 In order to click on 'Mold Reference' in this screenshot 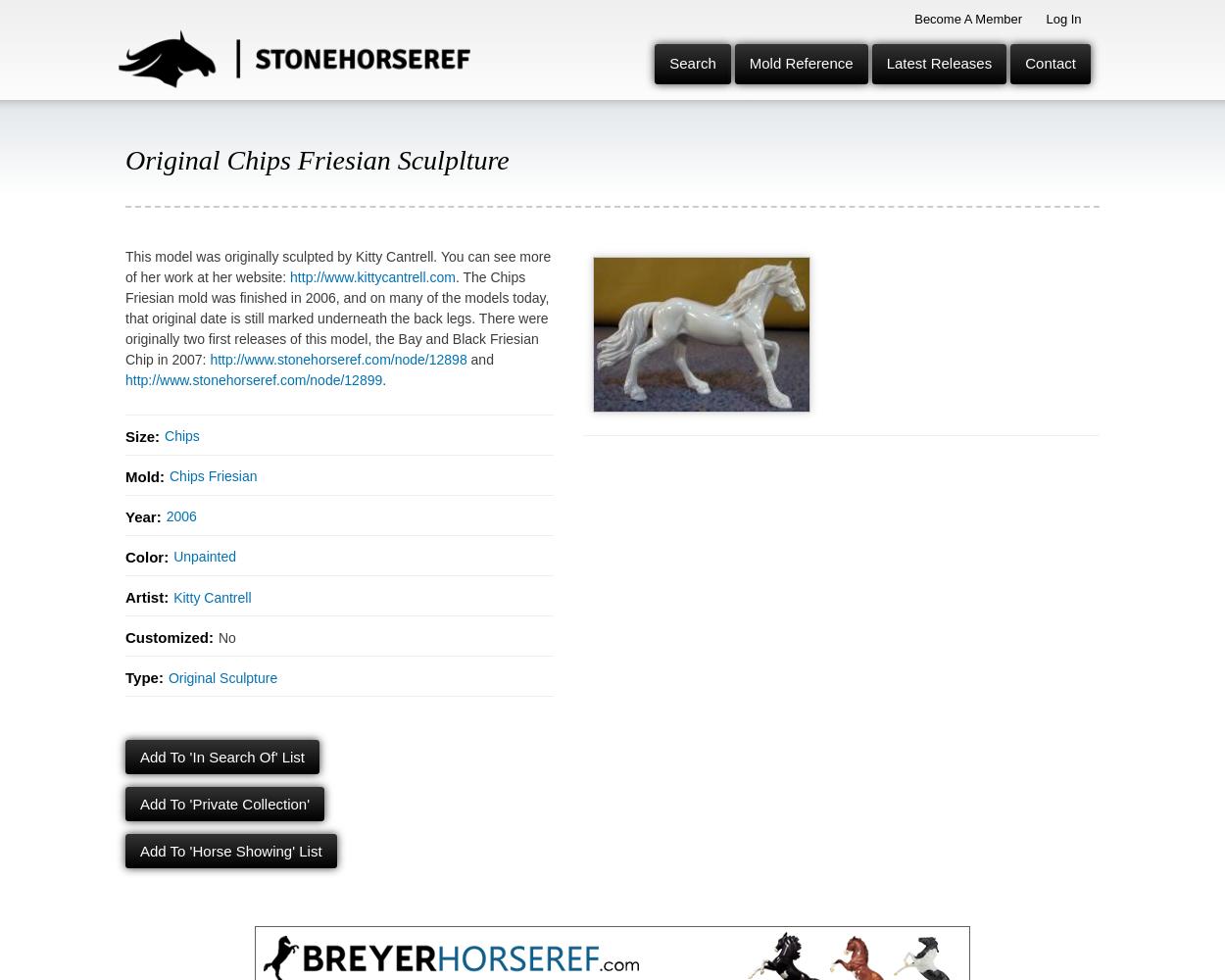, I will do `click(800, 62)`.